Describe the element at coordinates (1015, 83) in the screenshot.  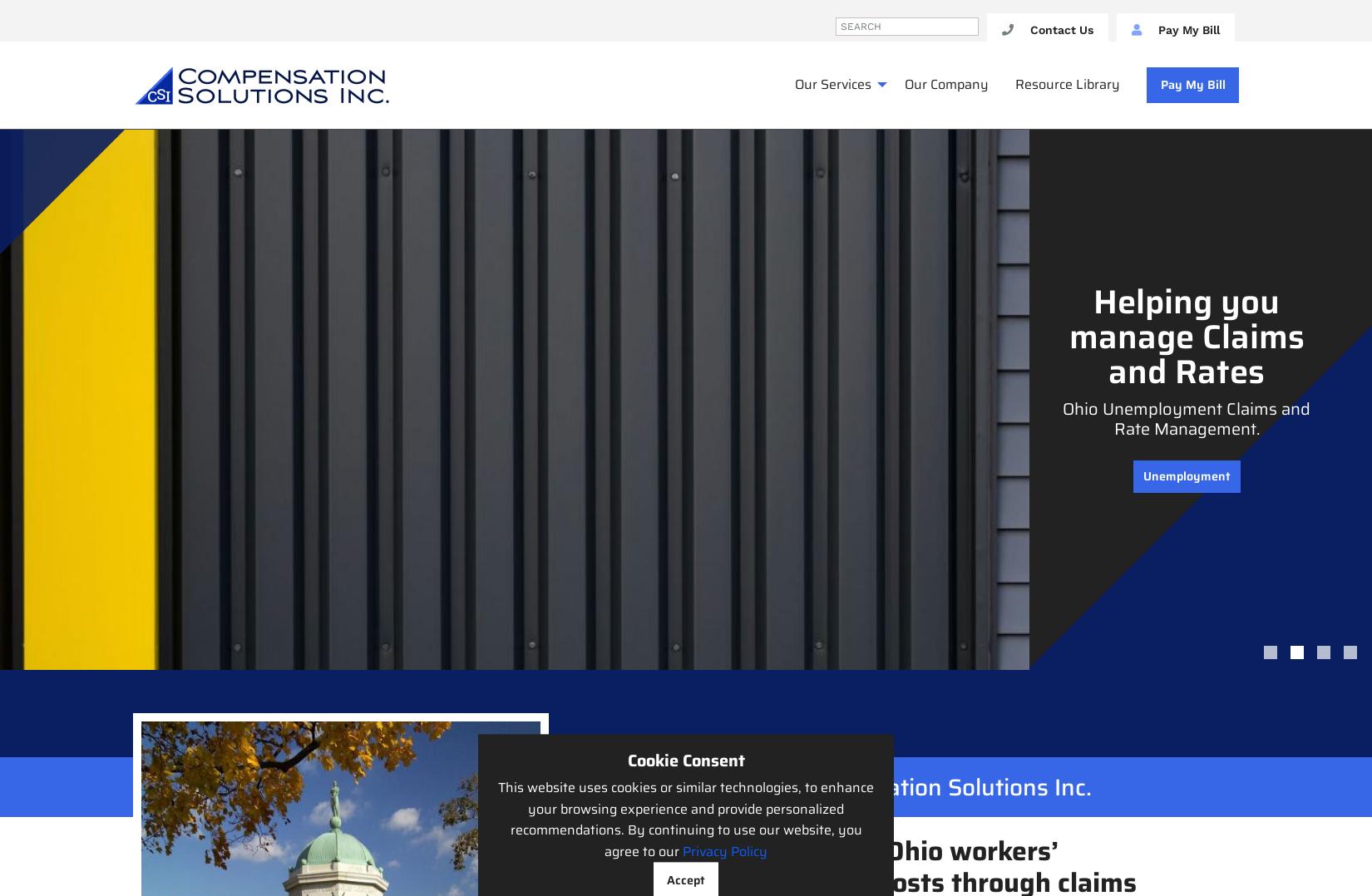
I see `'Resource Library'` at that location.